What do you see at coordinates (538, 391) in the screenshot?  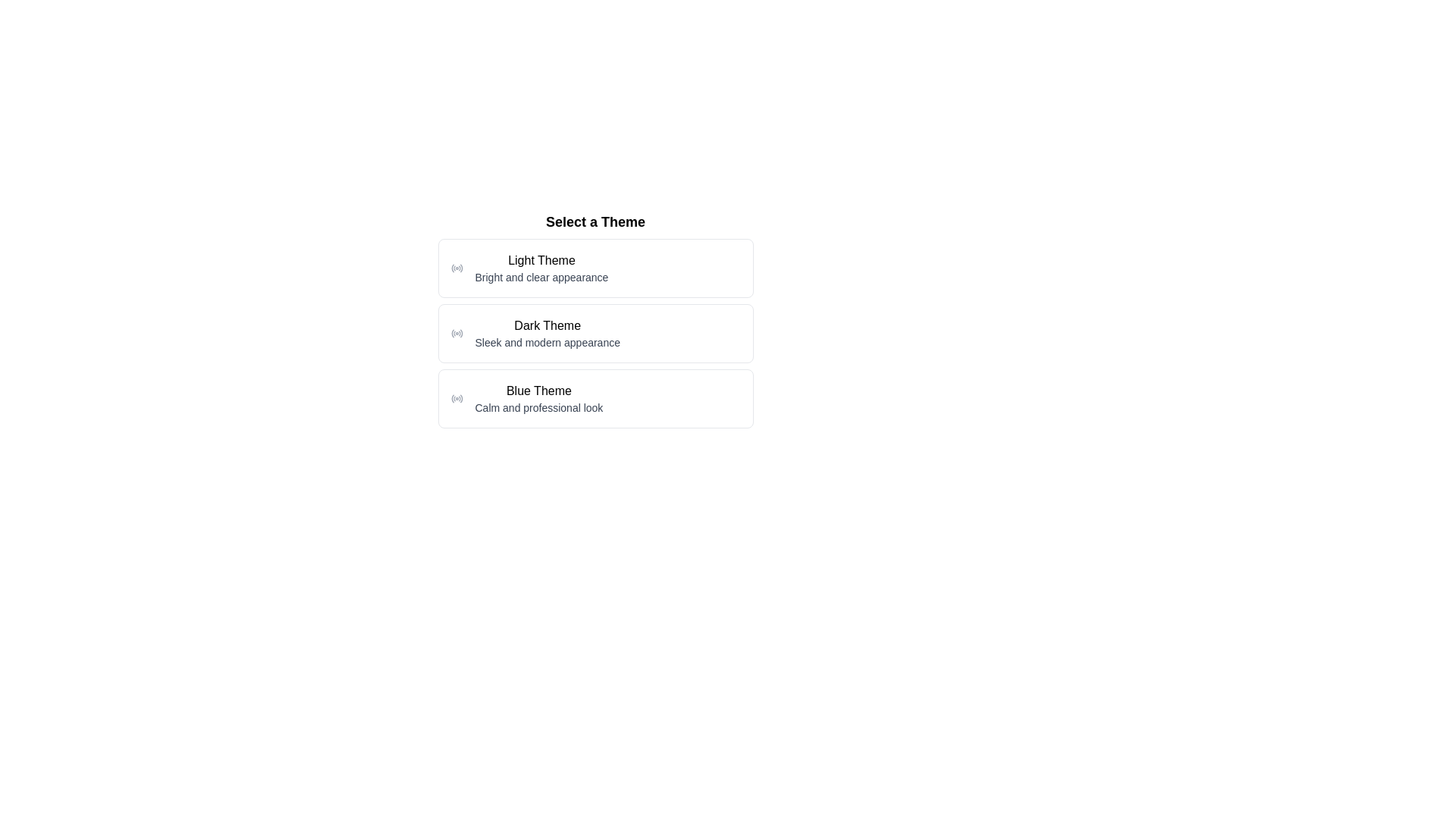 I see `header text 'Blue Theme' which is centrally positioned within the third thematic selection option below the 'Dark Theme' option` at bounding box center [538, 391].